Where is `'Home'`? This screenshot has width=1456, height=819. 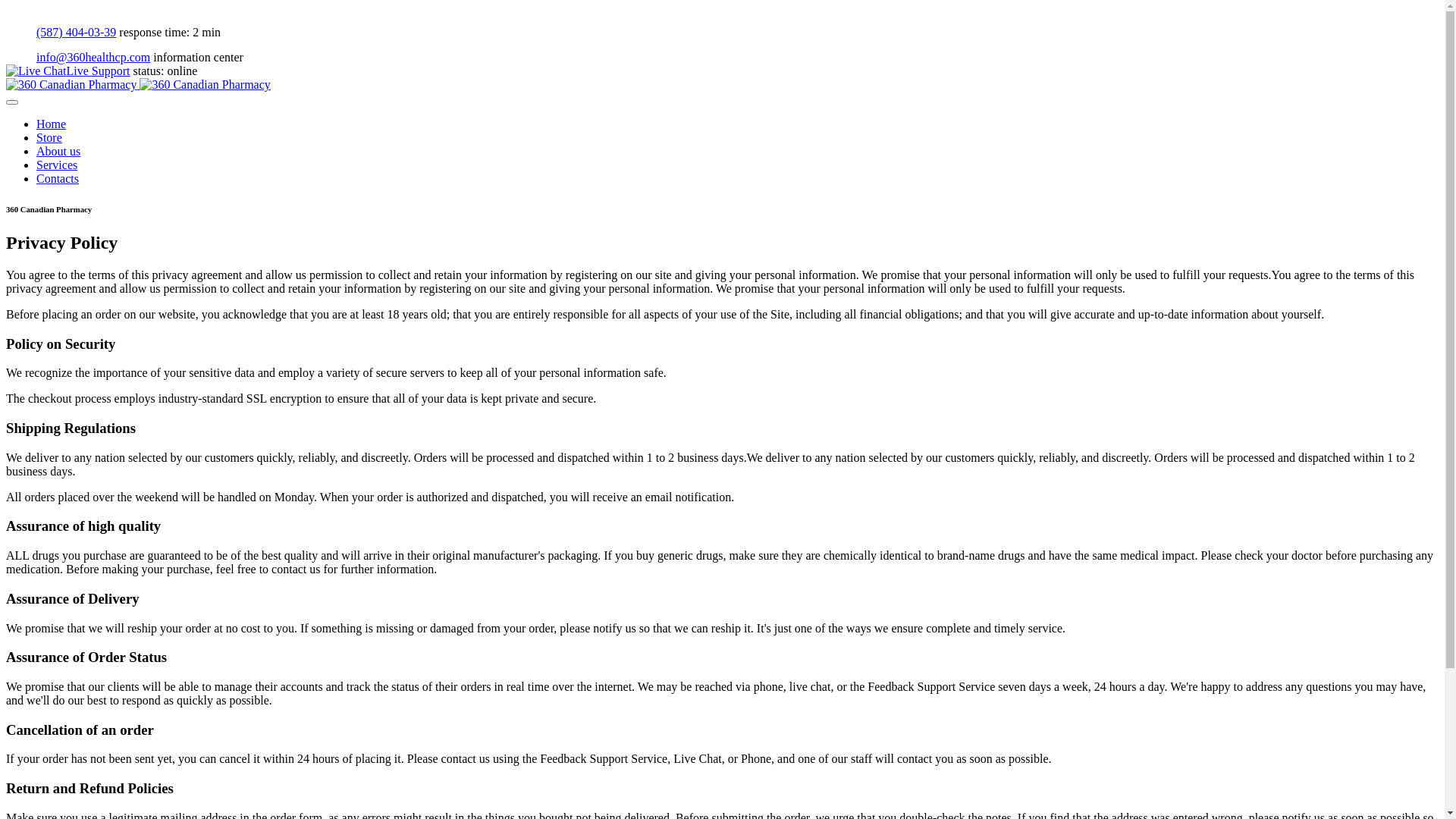
'Home' is located at coordinates (36, 123).